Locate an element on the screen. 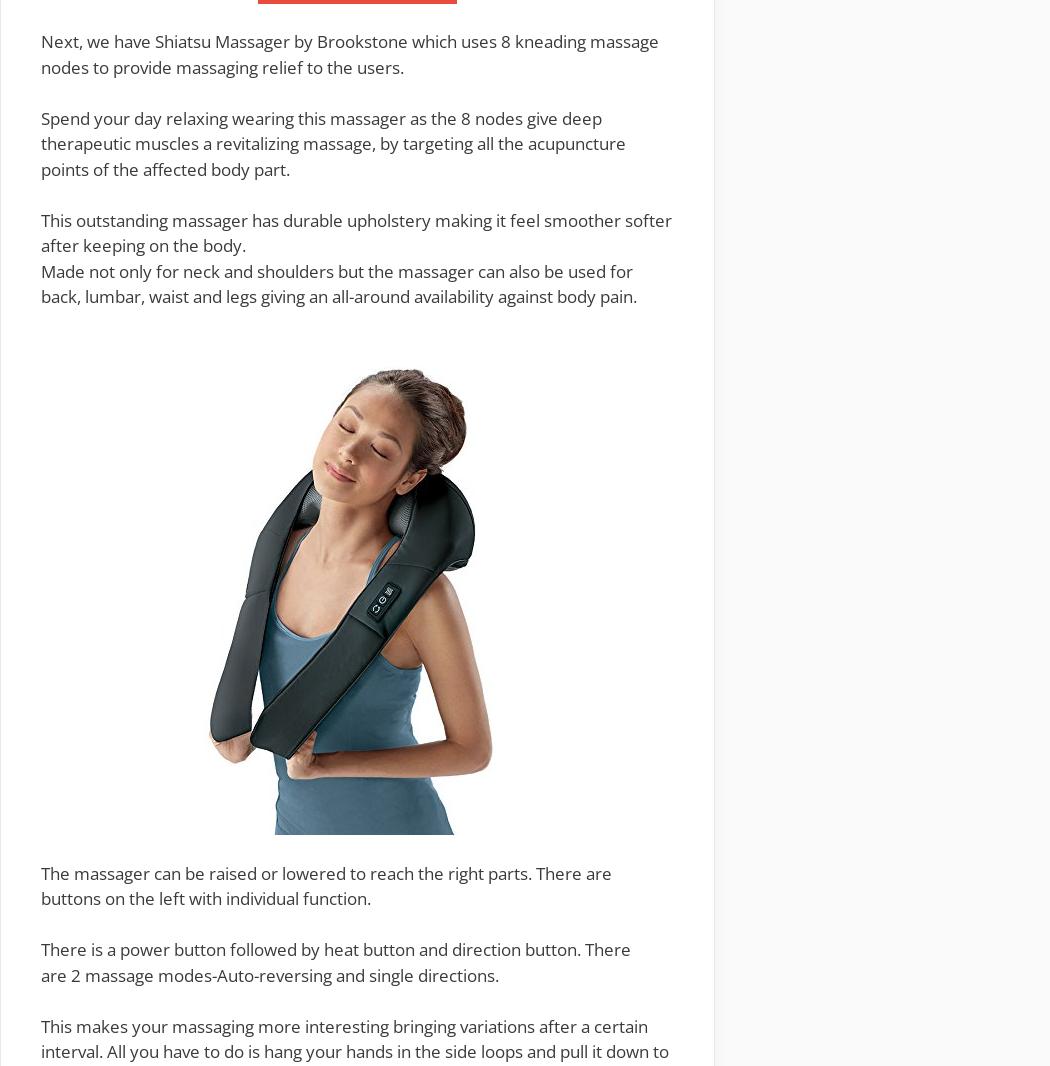  '2 massage modes-Auto-reversing and single directions' is located at coordinates (281, 974).